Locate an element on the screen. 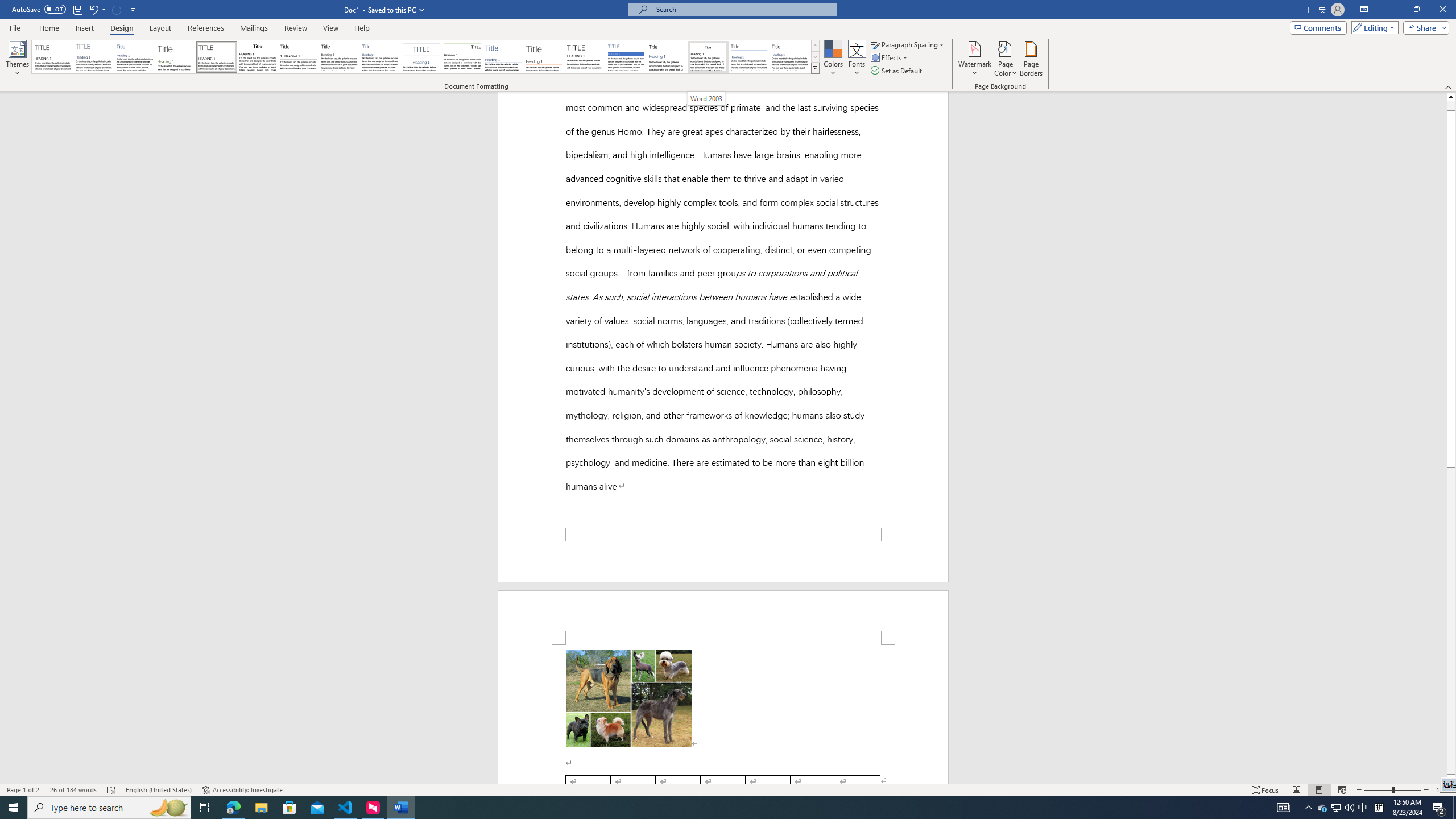 Image resolution: width=1456 pixels, height=819 pixels. 'Paragraph Spacing' is located at coordinates (908, 44).